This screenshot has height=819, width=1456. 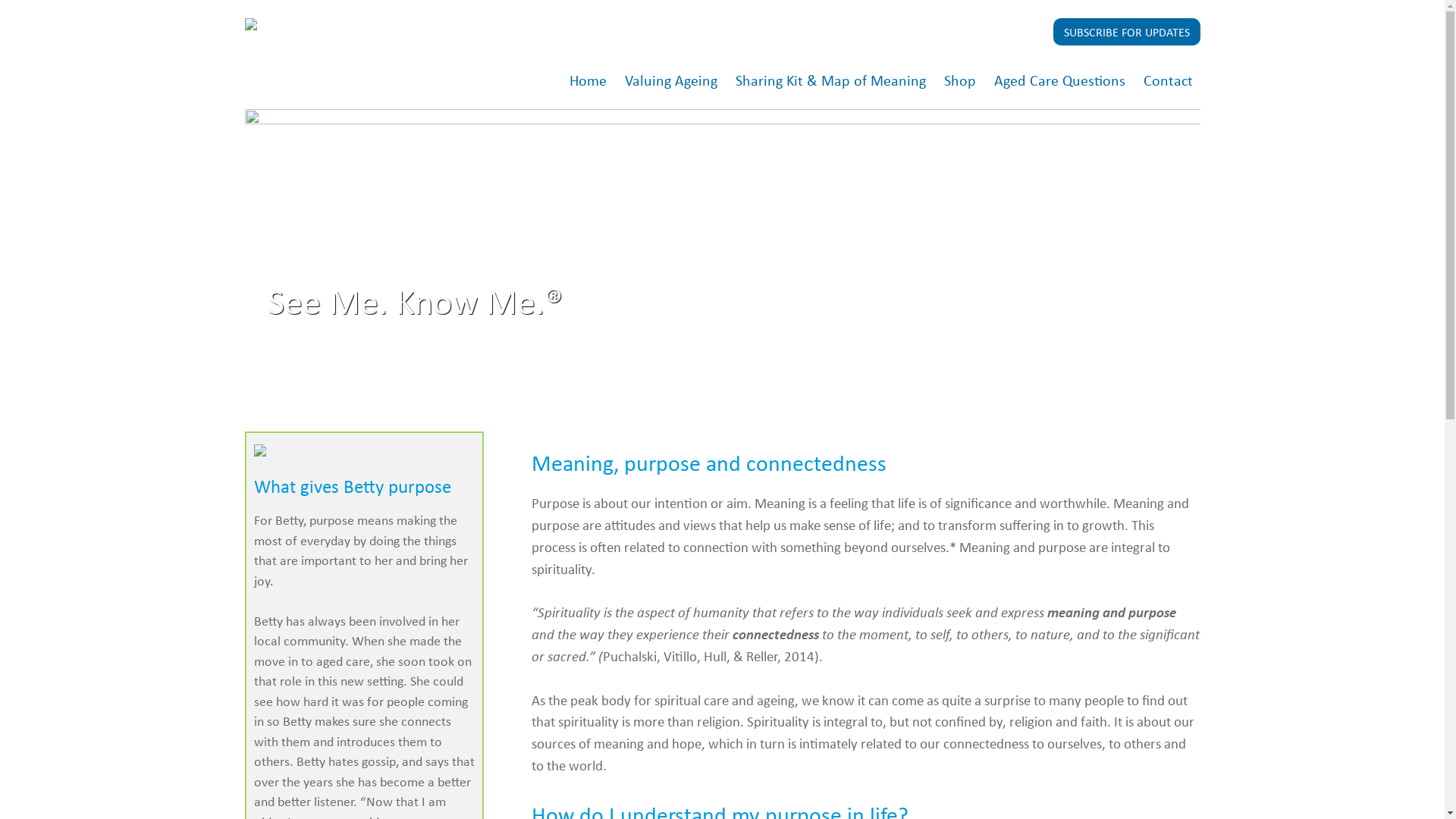 I want to click on 'Sharing Kit & Map of Meaning', so click(x=830, y=81).